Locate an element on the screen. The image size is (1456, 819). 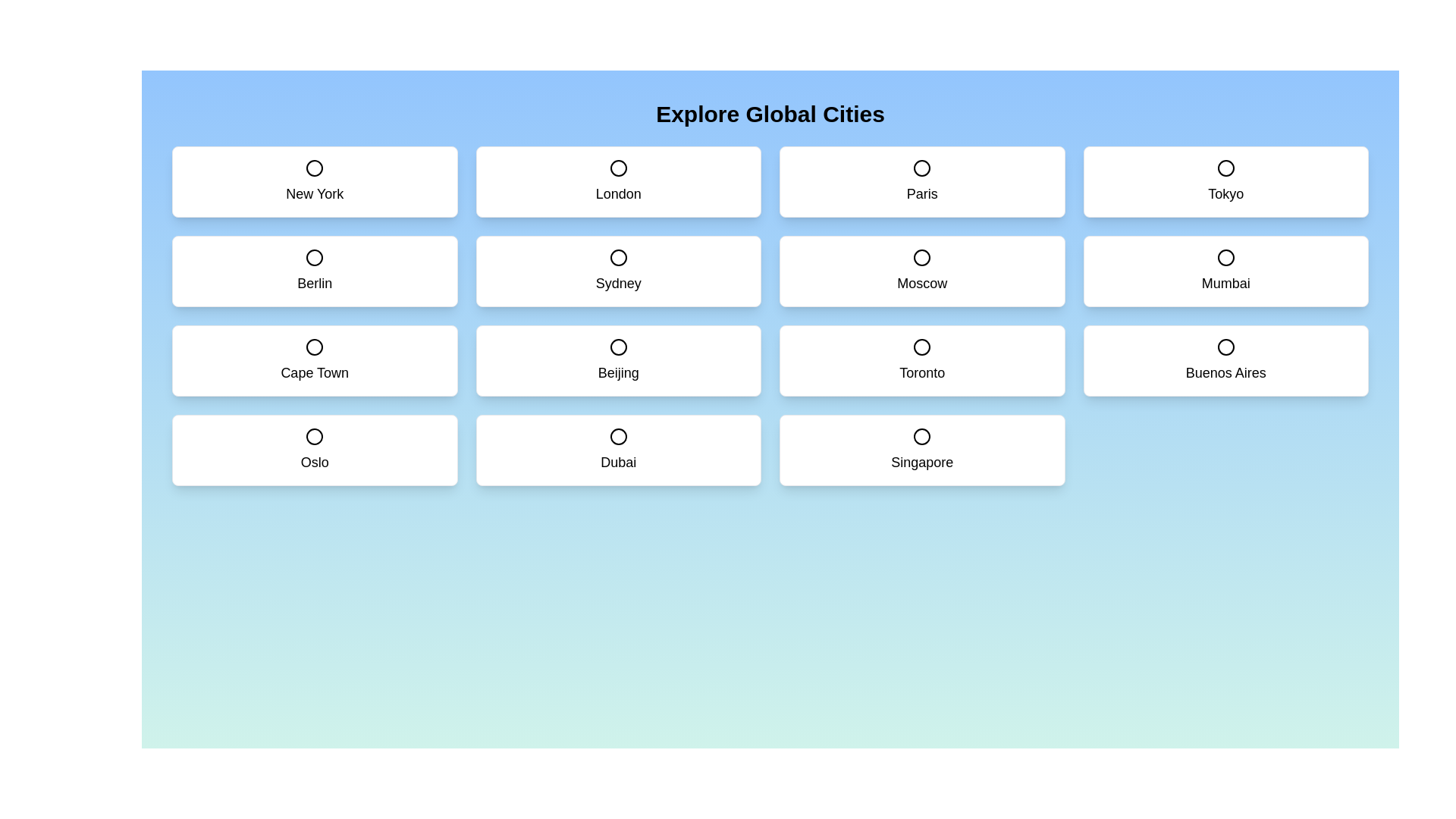
the city card labeled Paris to toggle its selection state is located at coordinates (921, 180).